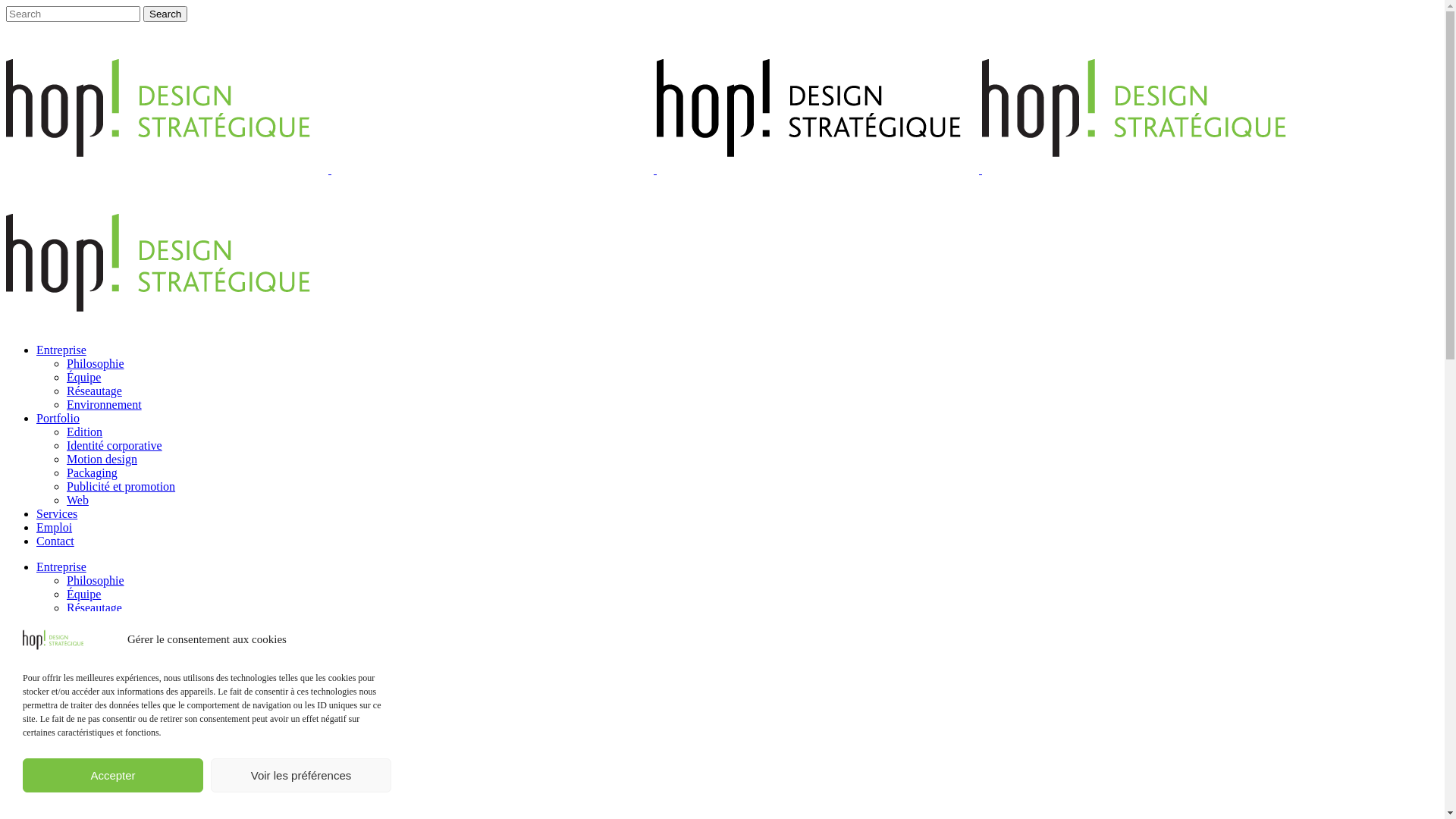  Describe the element at coordinates (55, 540) in the screenshot. I see `'Contact'` at that location.